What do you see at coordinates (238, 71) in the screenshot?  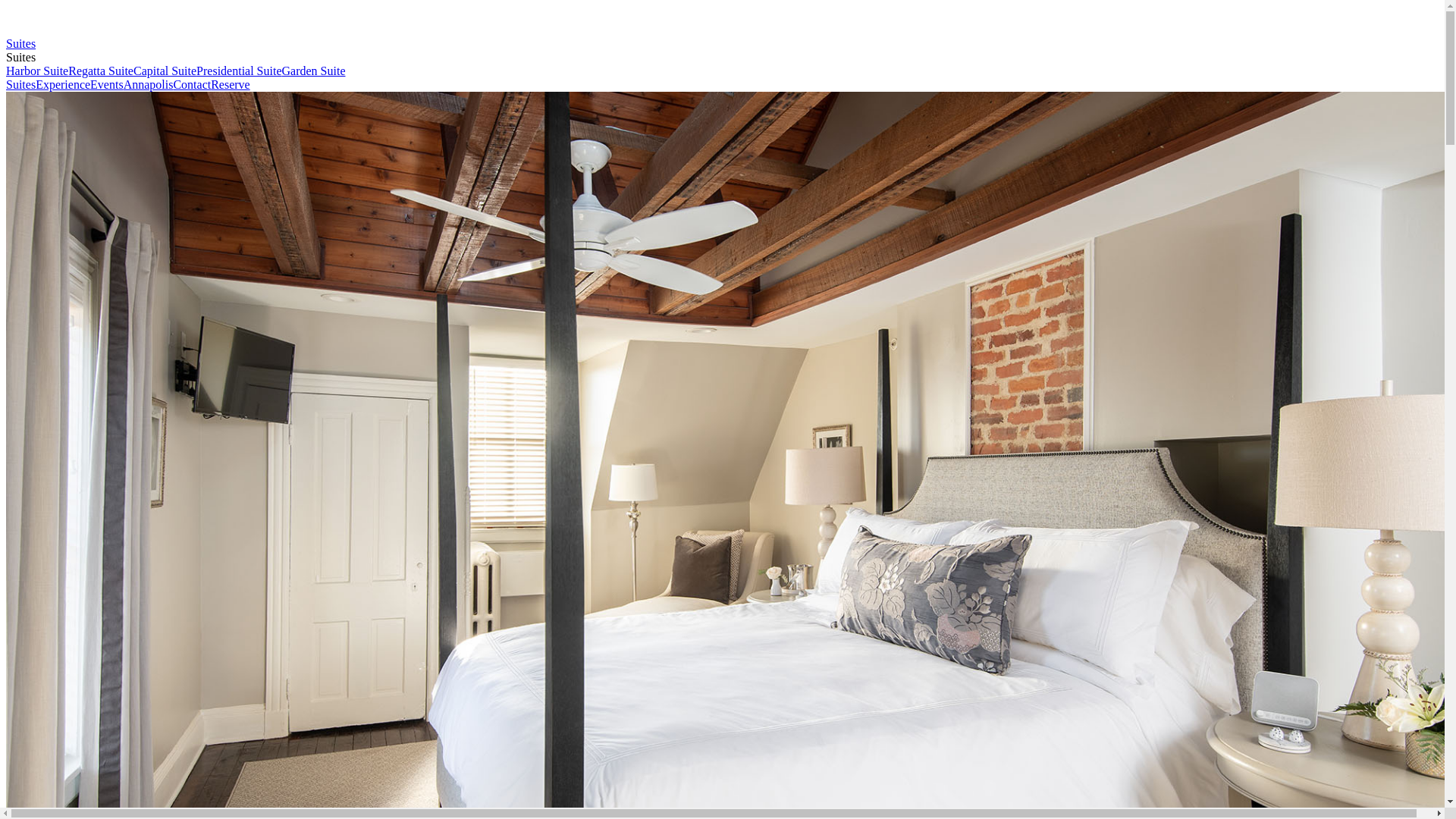 I see `'Presidential Suite'` at bounding box center [238, 71].